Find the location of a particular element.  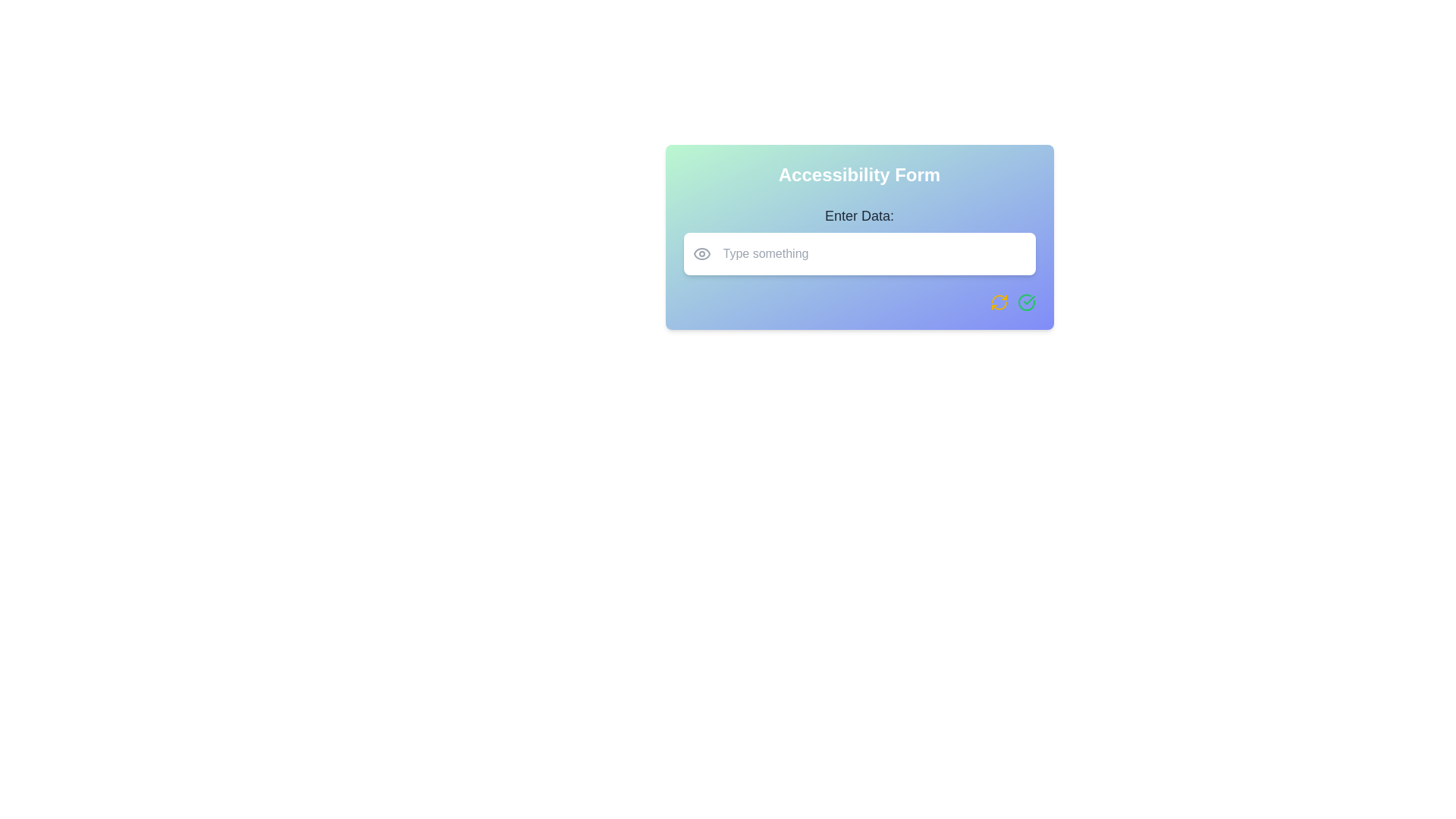

the refresh icon, which is a bold yellow two-arrows-in-a-circle shape located at the bottom-right corner of the form interface, to trigger additional tooltip or visual feedback is located at coordinates (999, 302).